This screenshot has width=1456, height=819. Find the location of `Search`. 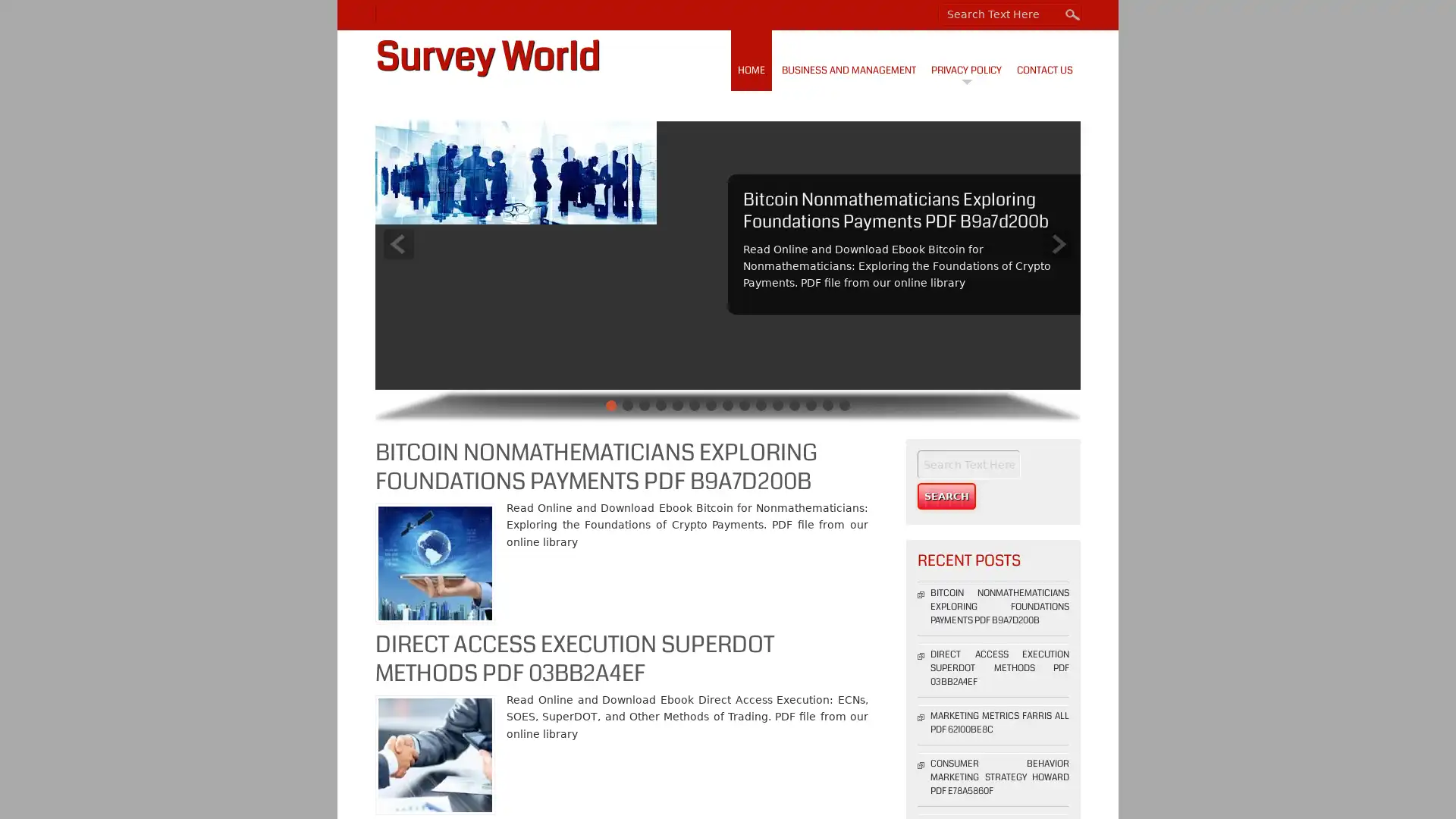

Search is located at coordinates (946, 496).